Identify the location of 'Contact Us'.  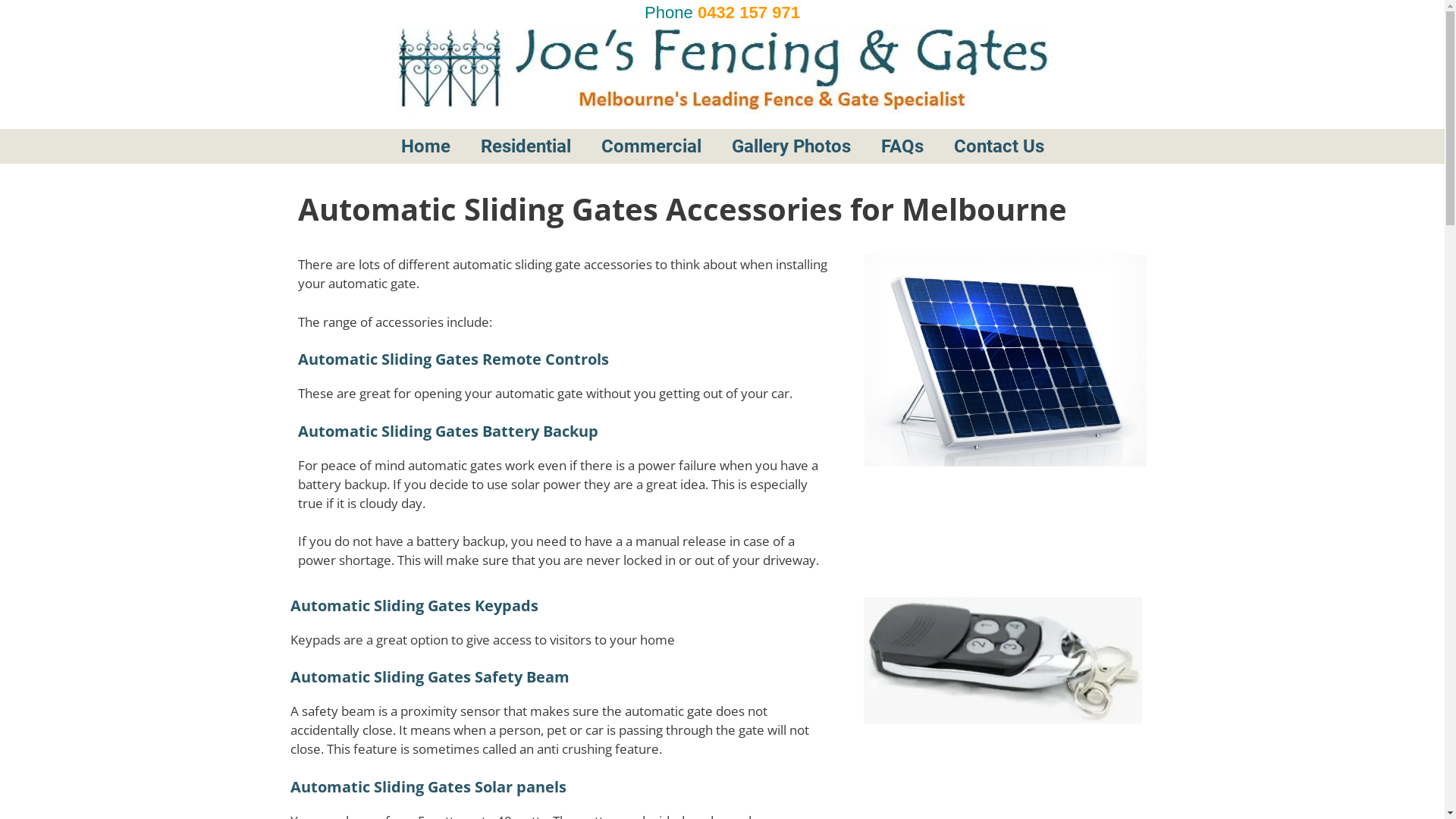
(999, 146).